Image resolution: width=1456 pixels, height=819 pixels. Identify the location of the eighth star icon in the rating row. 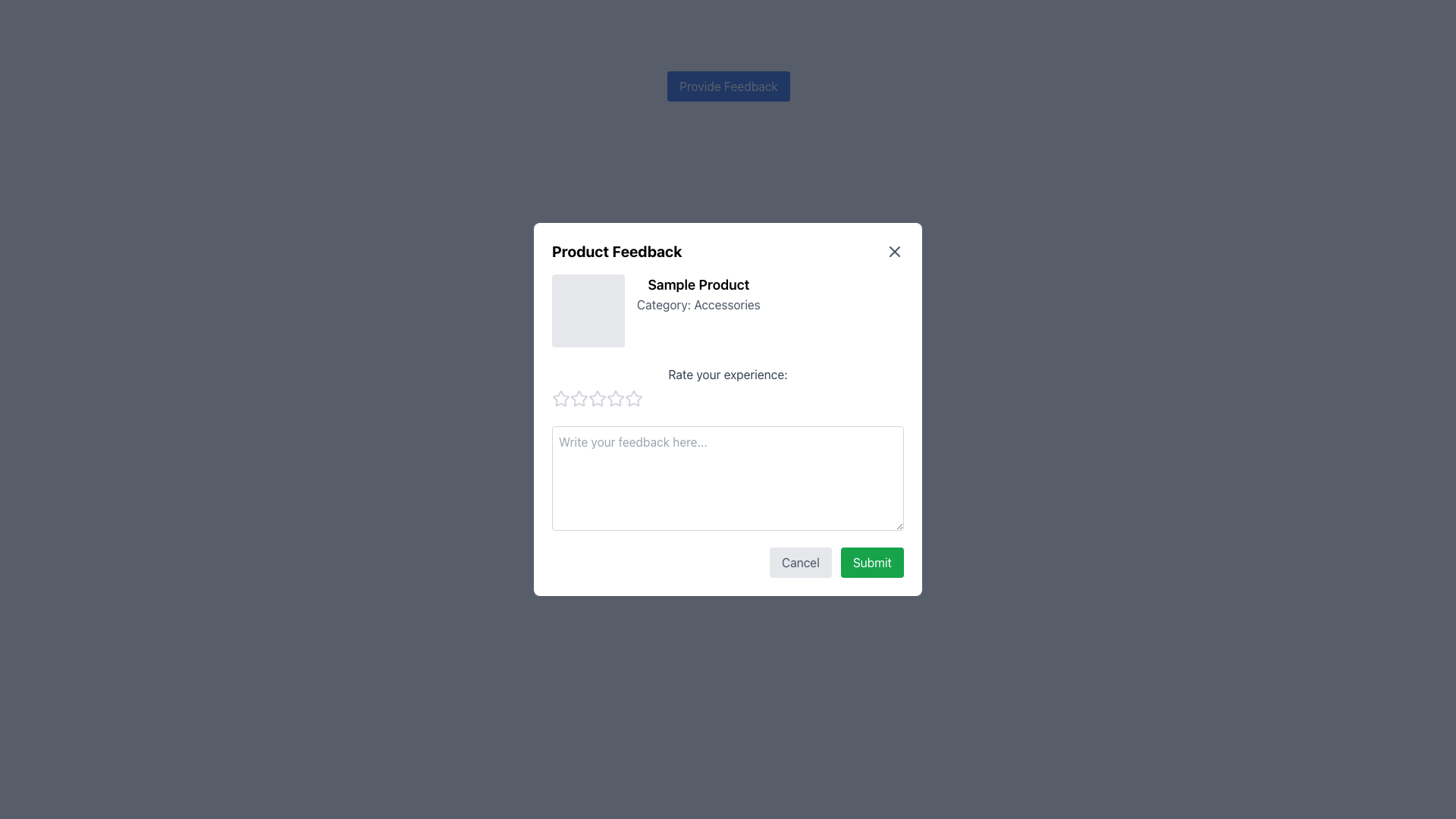
(633, 397).